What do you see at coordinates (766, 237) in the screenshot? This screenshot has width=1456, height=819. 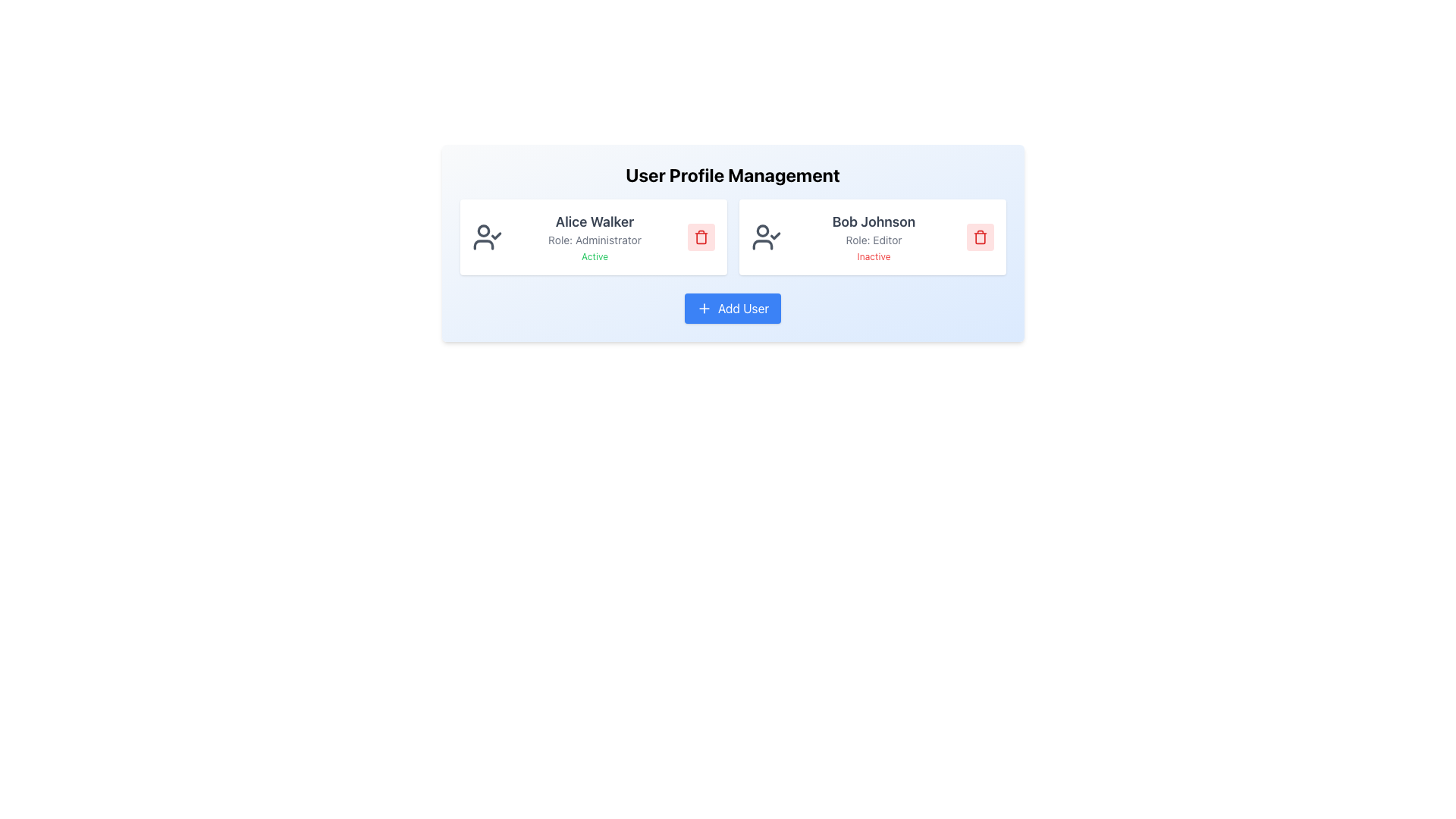 I see `the user icon with a checkmark, which is located to the left of the text 'Bob Johnson Role: Editor Inactive', situated above the 'Add User' button` at bounding box center [766, 237].